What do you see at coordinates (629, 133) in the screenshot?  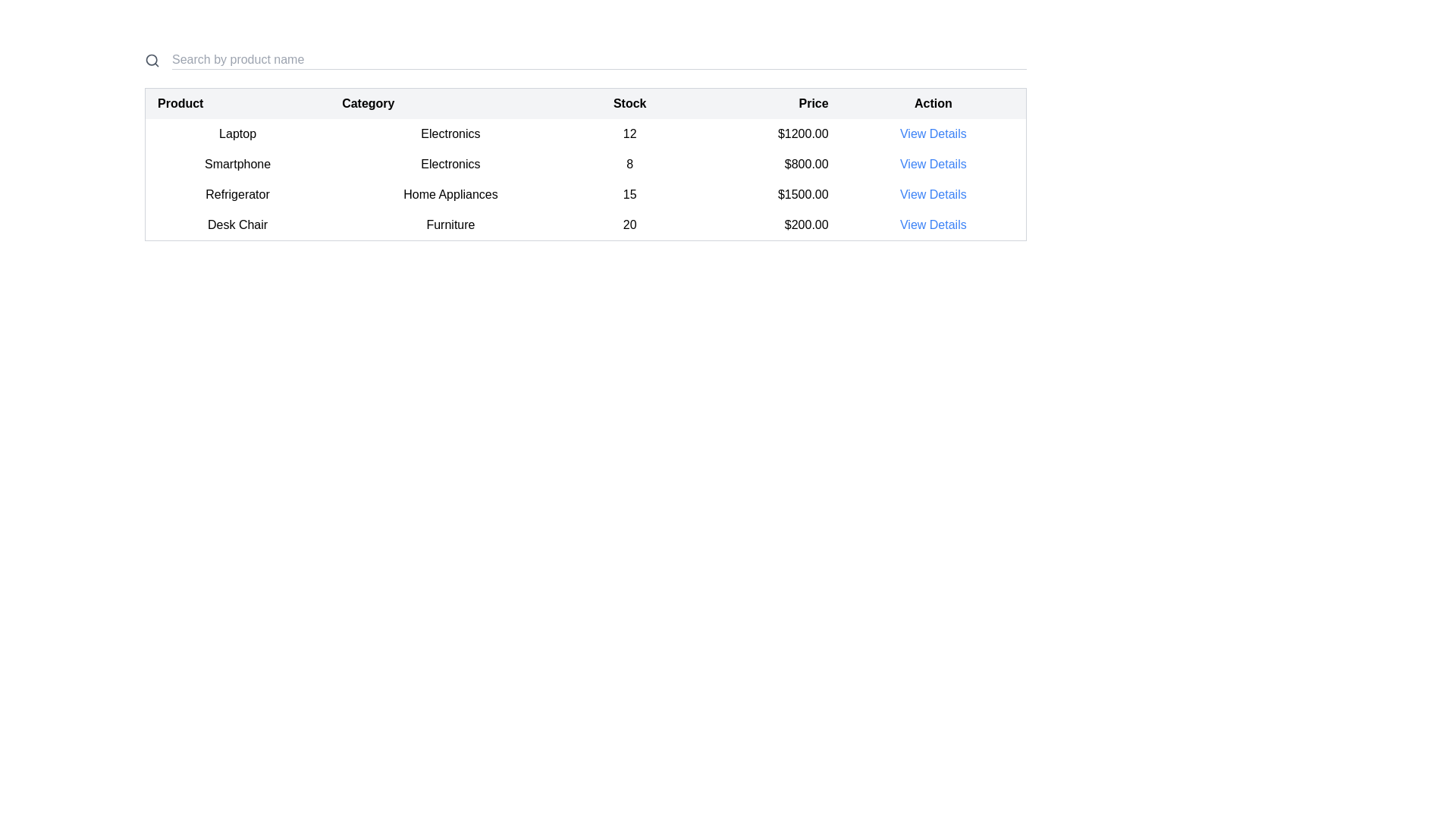 I see `the numeric text '12' in the stock column of the product table for the item 'Laptop'` at bounding box center [629, 133].